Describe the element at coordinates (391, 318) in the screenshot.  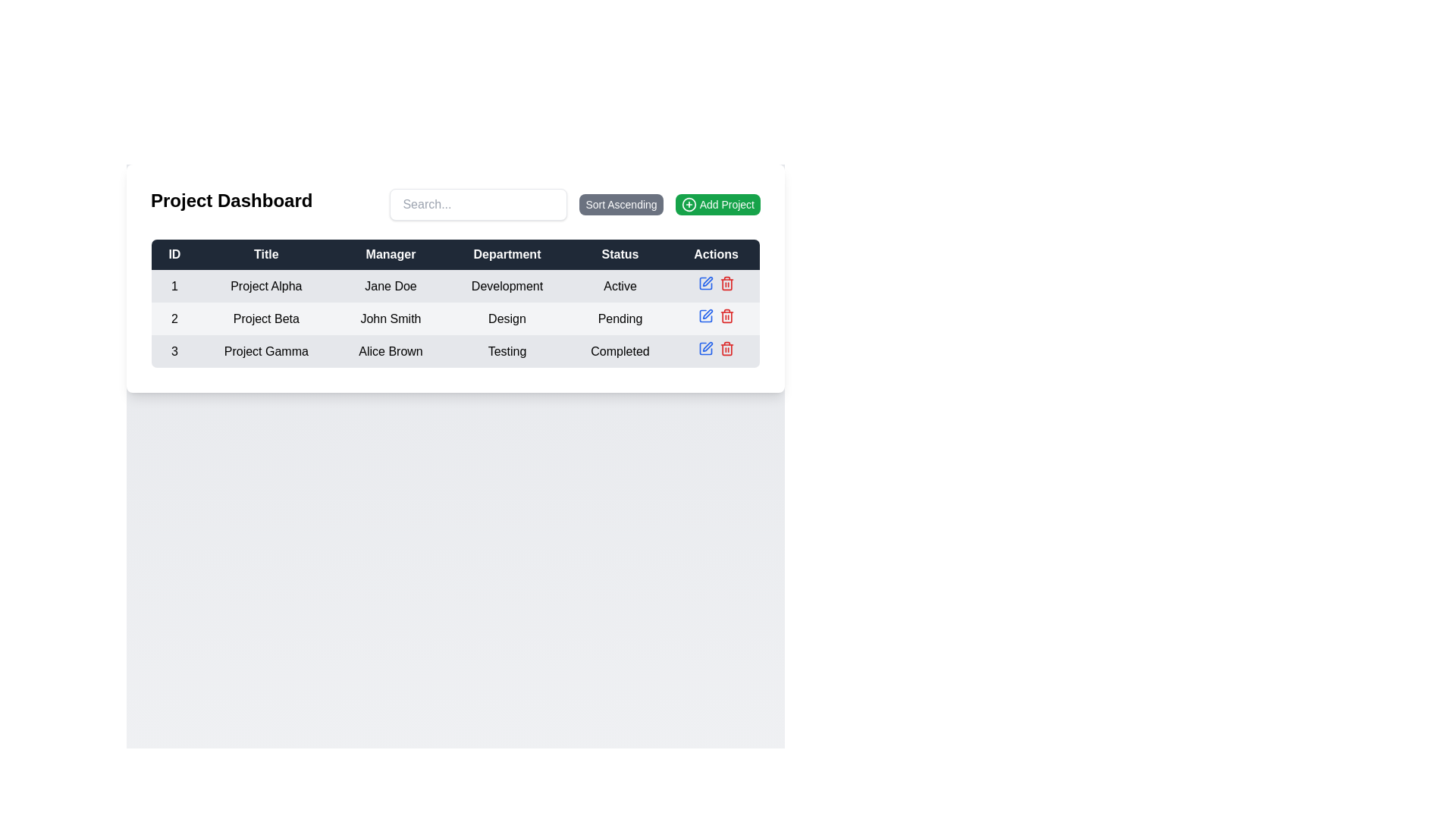
I see `the static text field displaying 'John Smith' in the 'Manager' column of the second row for 'Project Beta'` at that location.